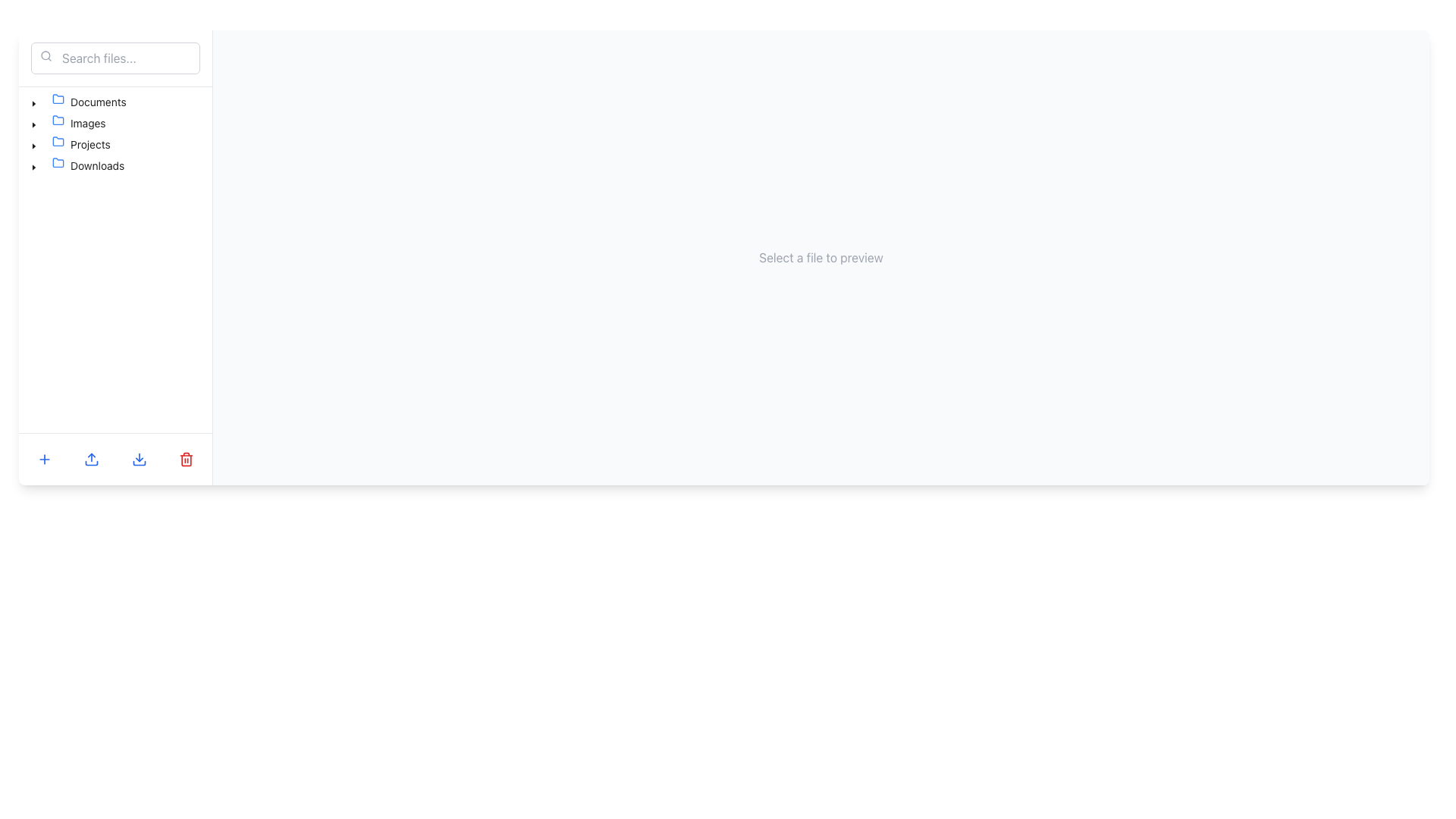 This screenshot has width=1456, height=819. I want to click on the folder icon located in the sidebar menu on the left side of the interface, which symbolizes a folder for organizing files, so click(58, 162).